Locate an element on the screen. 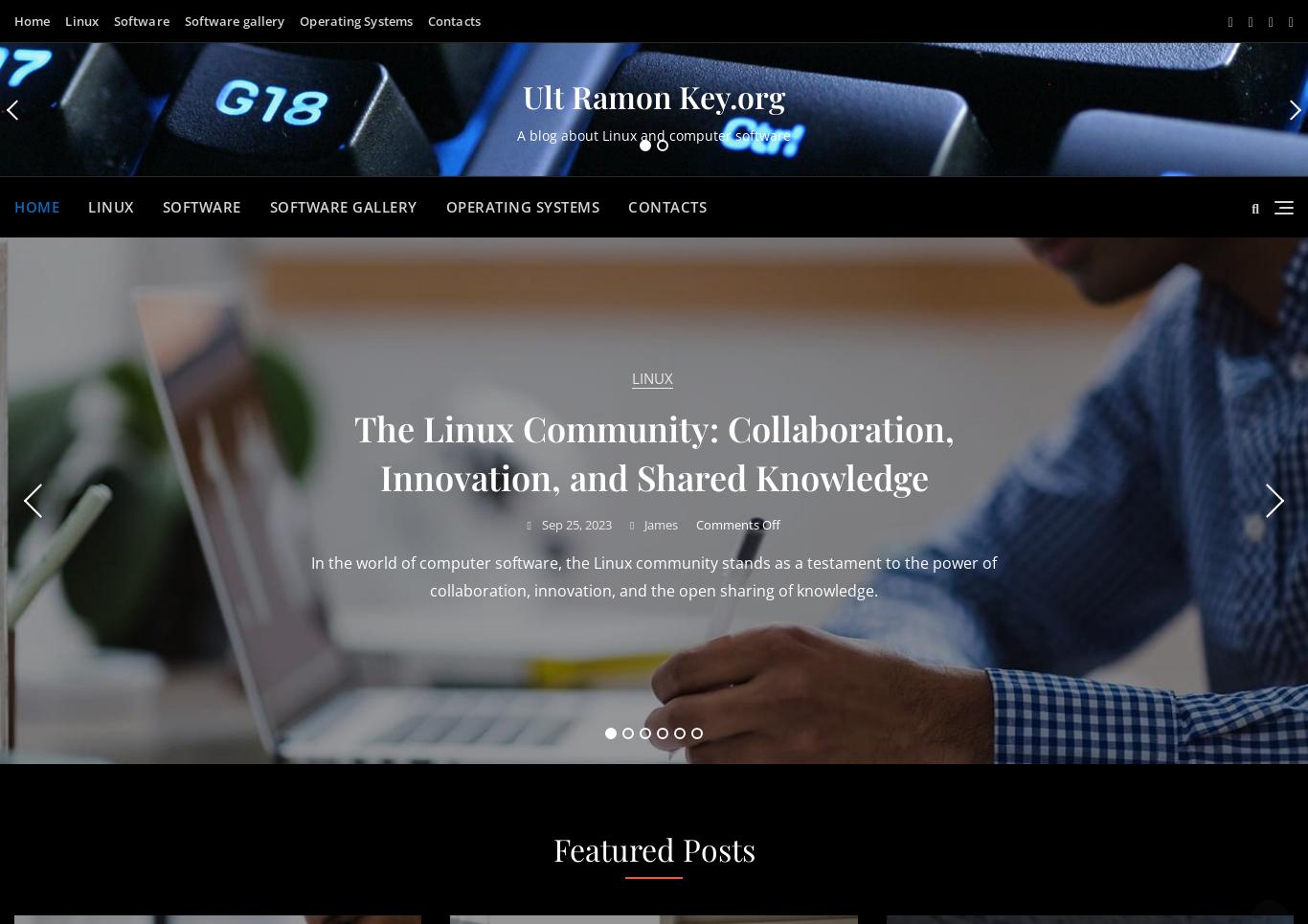  'Millions of students from around the world struggle with their mathematics assignments. This academic field causes a lot of difficulties just because it is very' is located at coordinates (652, 575).